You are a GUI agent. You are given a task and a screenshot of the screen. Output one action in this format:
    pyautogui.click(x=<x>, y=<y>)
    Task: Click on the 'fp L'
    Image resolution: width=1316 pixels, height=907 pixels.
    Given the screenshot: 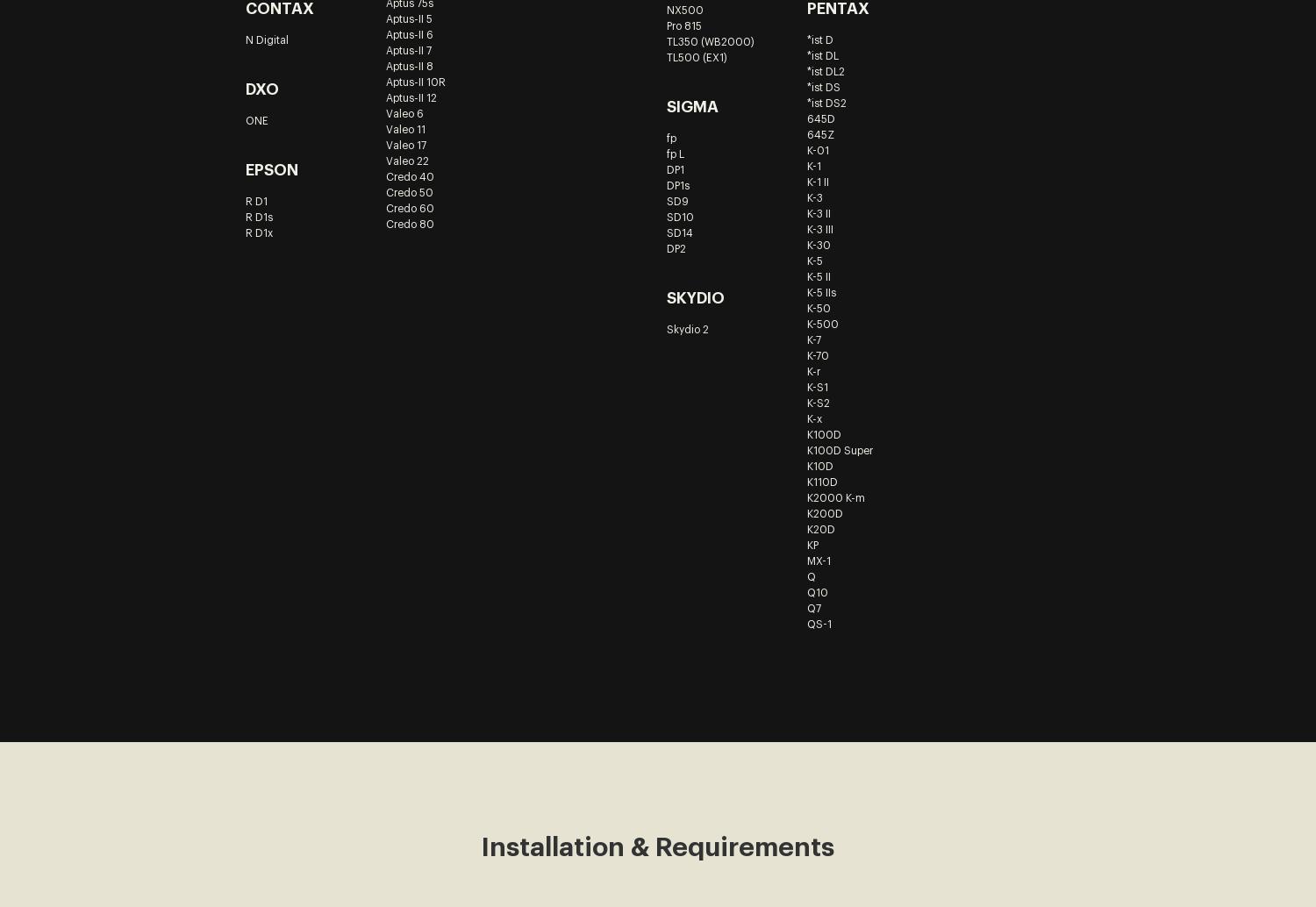 What is the action you would take?
    pyautogui.click(x=675, y=154)
    